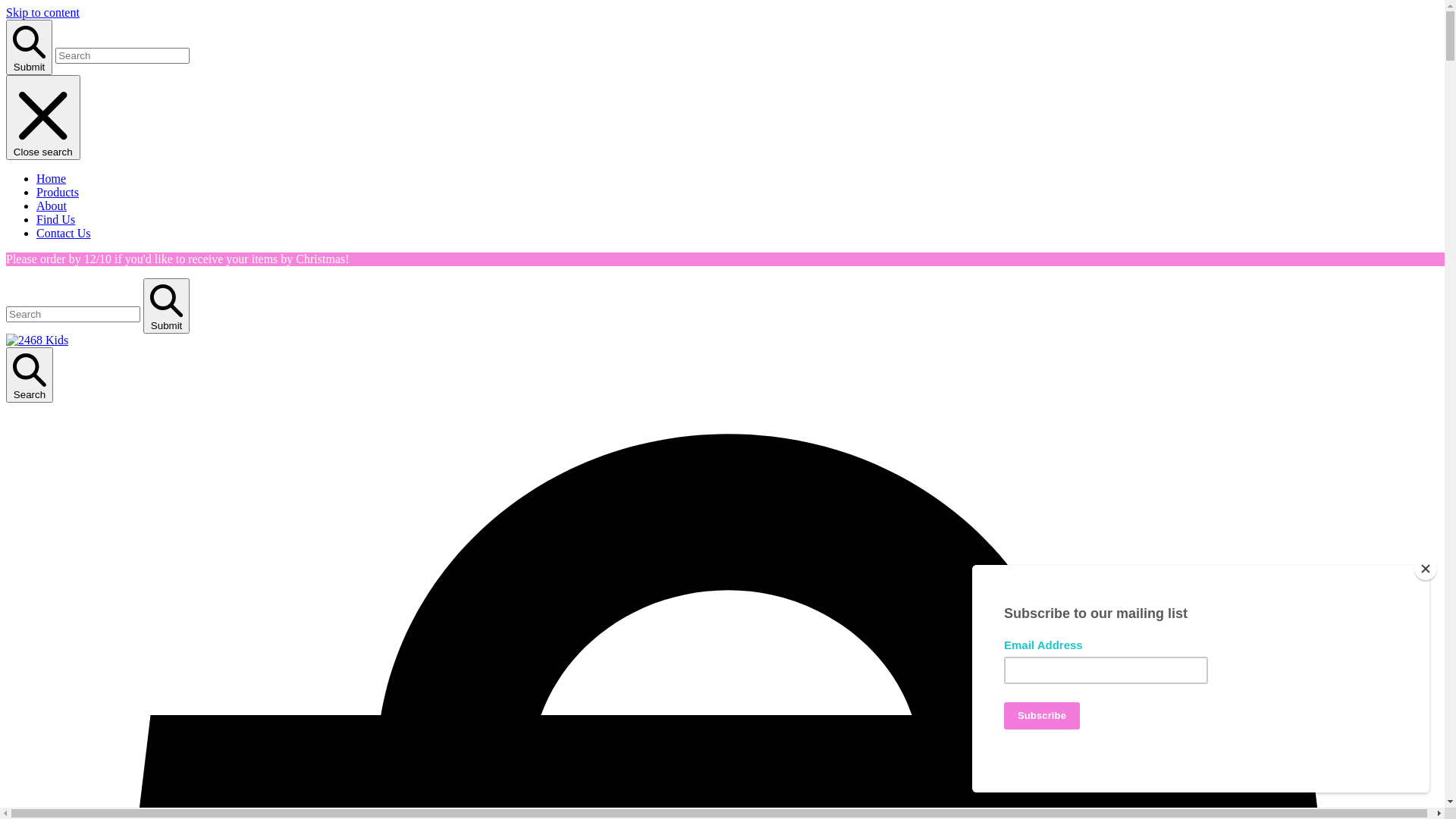 Image resolution: width=1456 pixels, height=819 pixels. Describe the element at coordinates (43, 116) in the screenshot. I see `'Close search'` at that location.